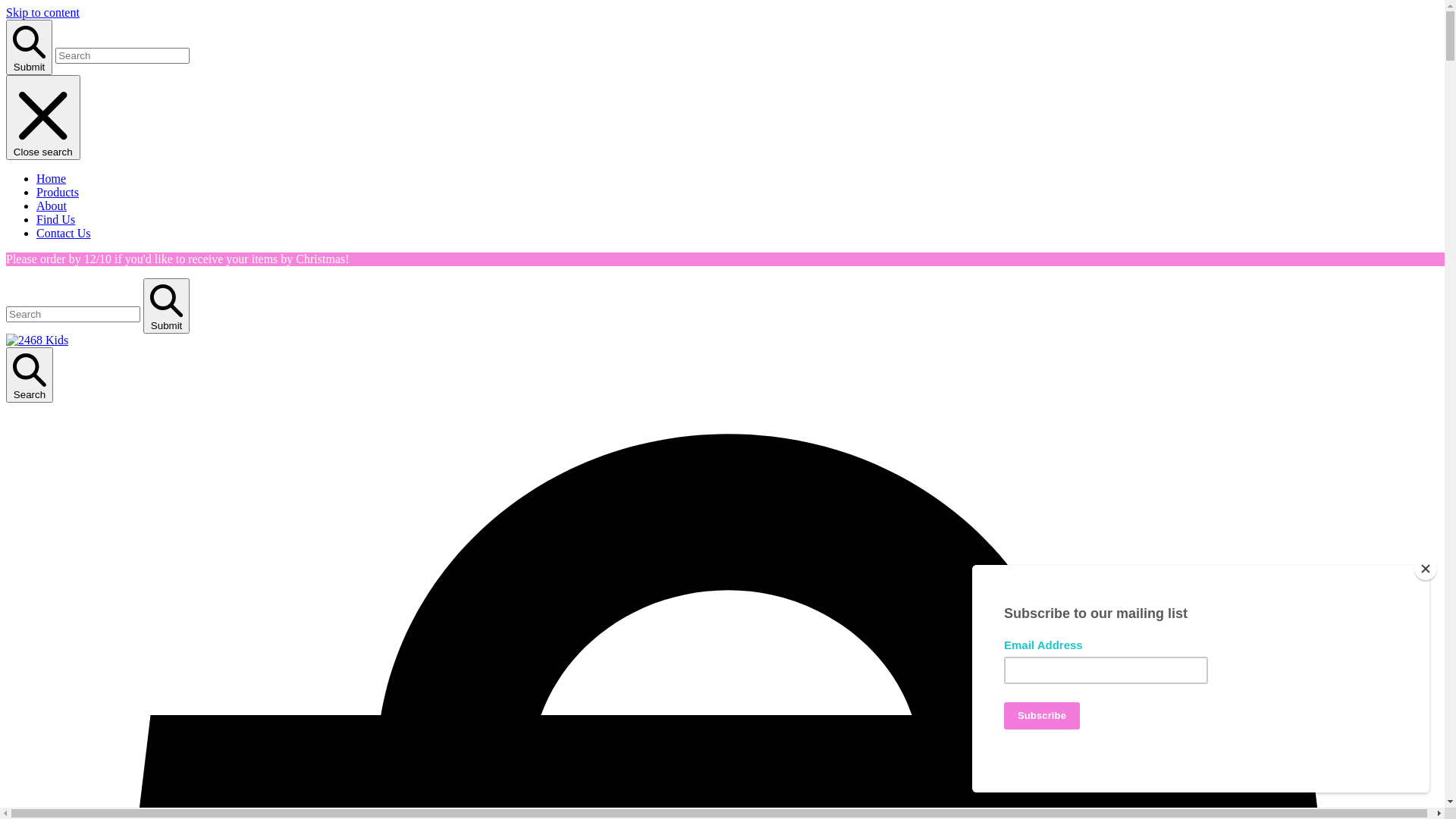 Image resolution: width=1456 pixels, height=819 pixels. Describe the element at coordinates (43, 116) in the screenshot. I see `'Close search'` at that location.